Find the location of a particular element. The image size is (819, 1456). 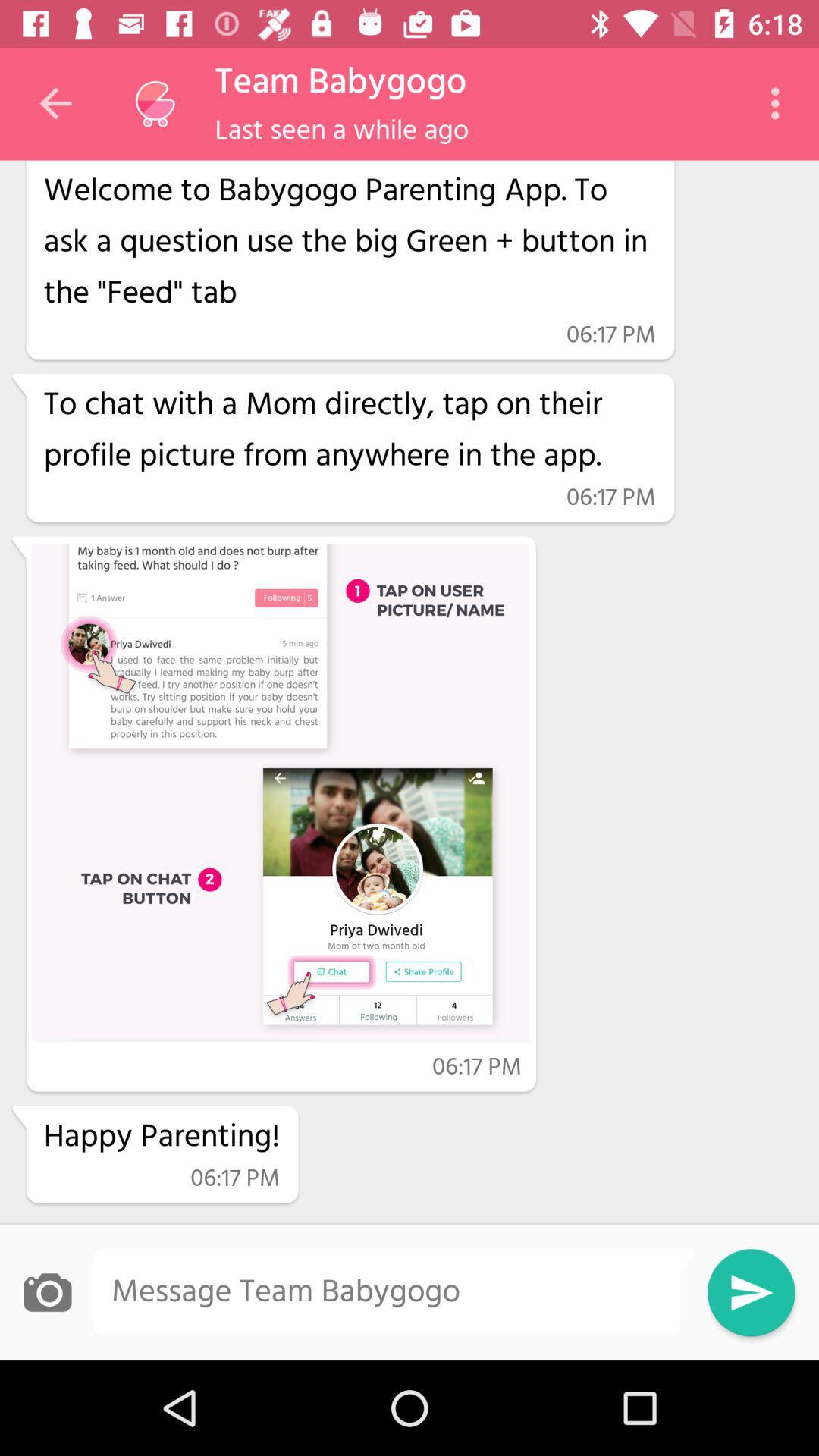

item above 06:17 pm is located at coordinates (350, 430).